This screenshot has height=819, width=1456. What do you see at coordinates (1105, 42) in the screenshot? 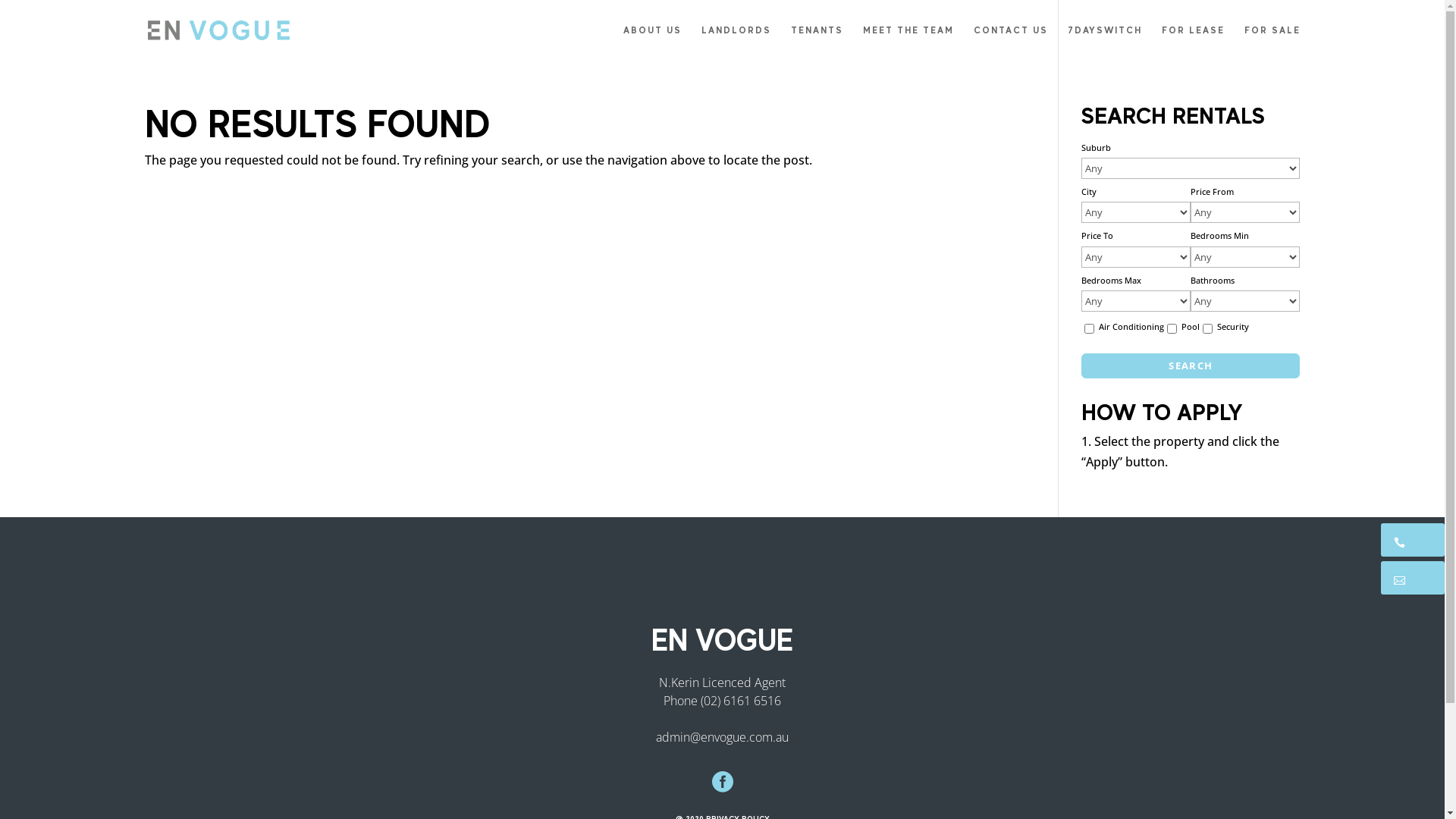
I see `'7DAYSWITCH'` at bounding box center [1105, 42].